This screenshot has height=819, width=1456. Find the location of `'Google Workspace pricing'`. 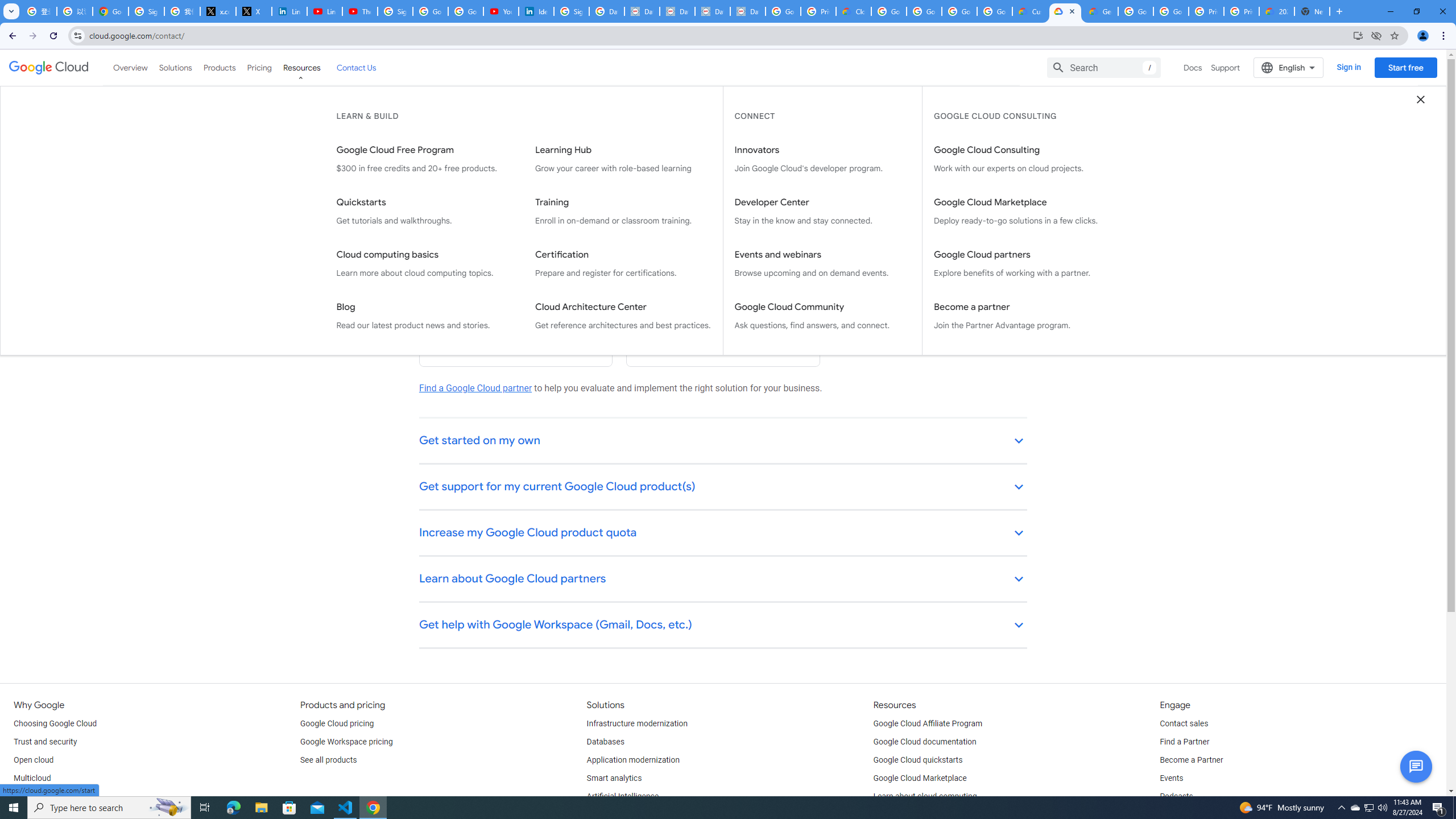

'Google Workspace pricing' is located at coordinates (346, 741).